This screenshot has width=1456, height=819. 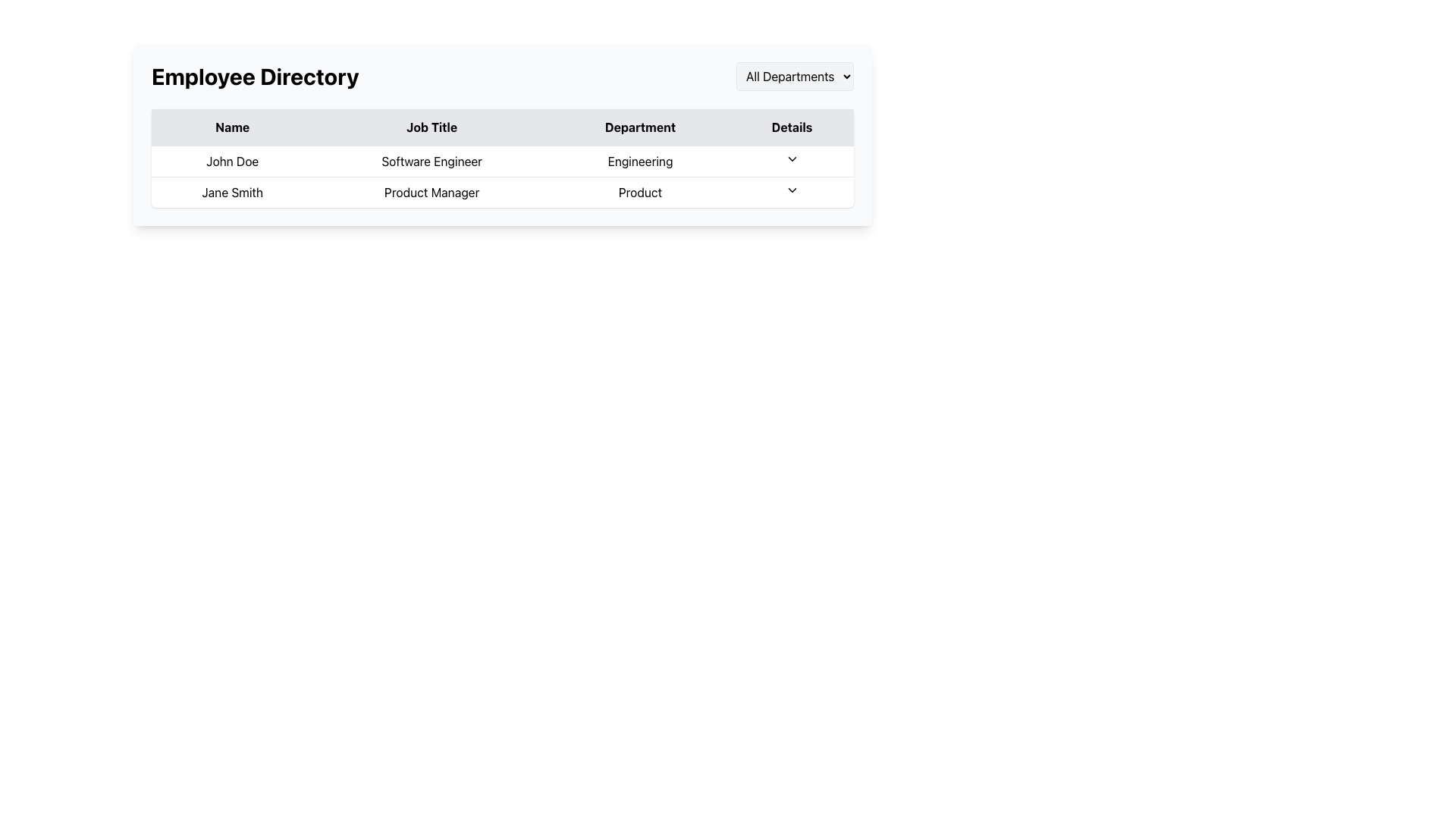 I want to click on the dropdown menu labeled 'All Departments', so click(x=794, y=76).